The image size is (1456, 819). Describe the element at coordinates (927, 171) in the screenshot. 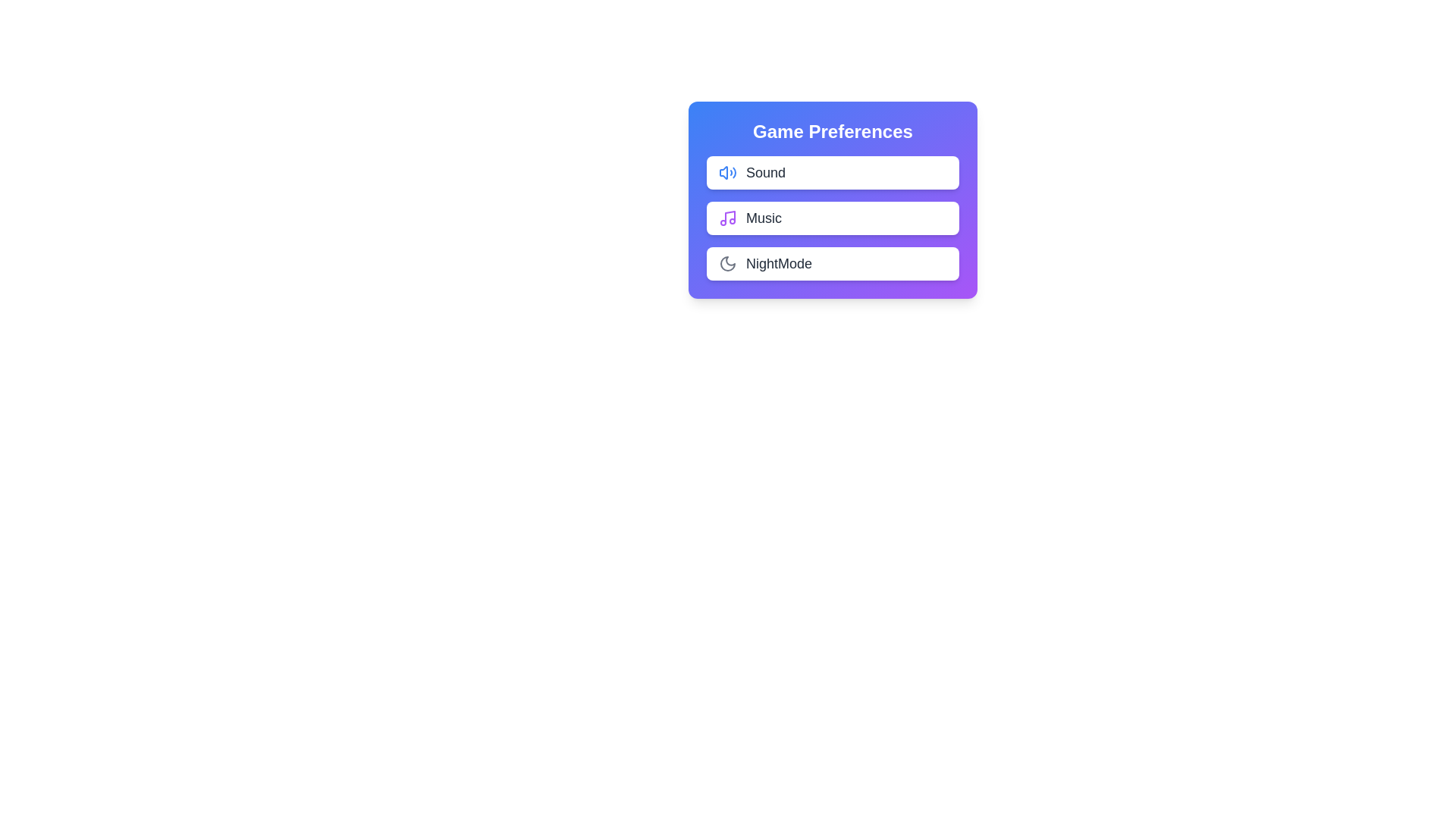

I see `the toggle button for the 'Sound' setting` at that location.